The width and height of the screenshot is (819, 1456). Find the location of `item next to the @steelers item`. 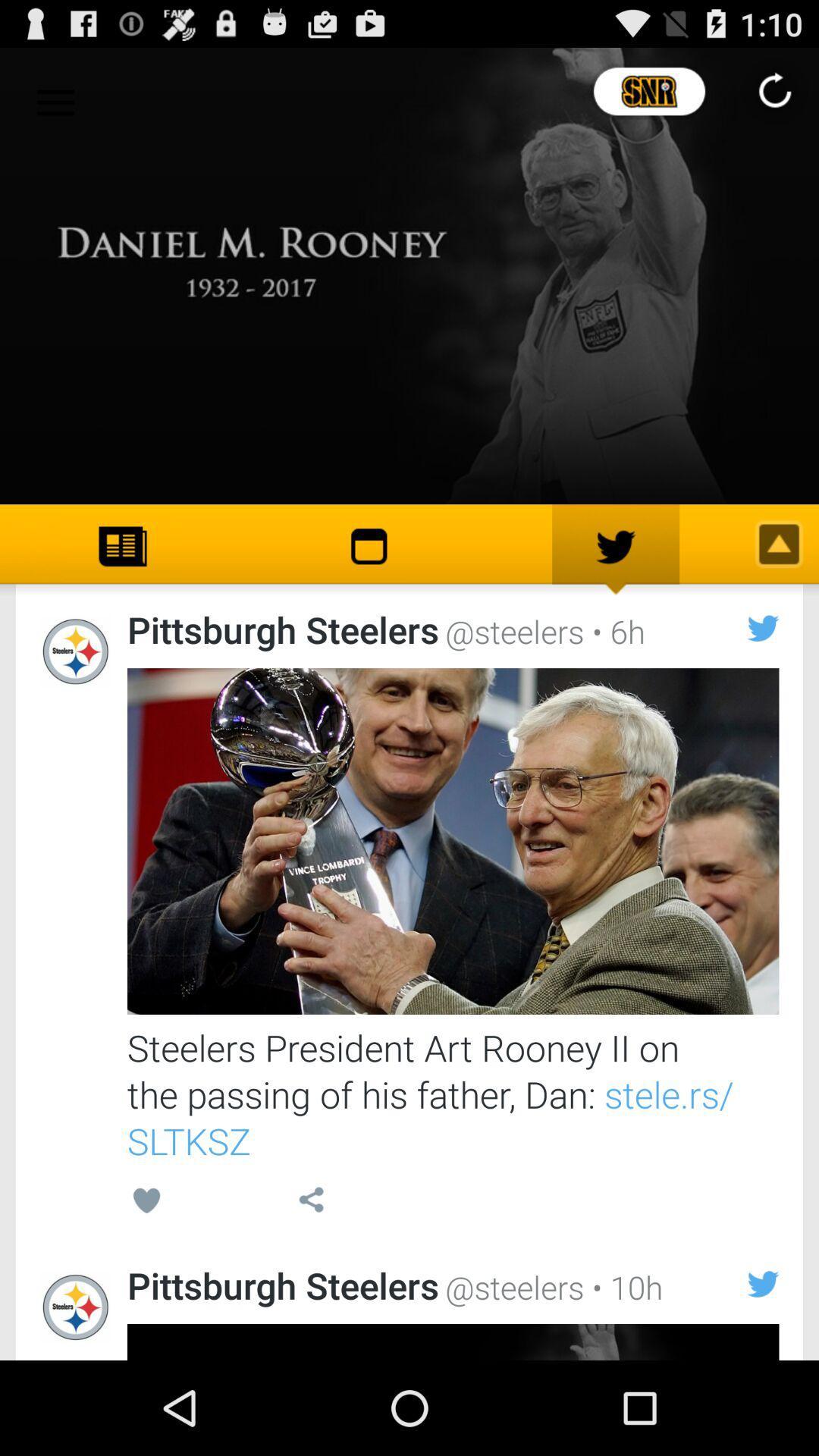

item next to the @steelers item is located at coordinates (623, 1286).